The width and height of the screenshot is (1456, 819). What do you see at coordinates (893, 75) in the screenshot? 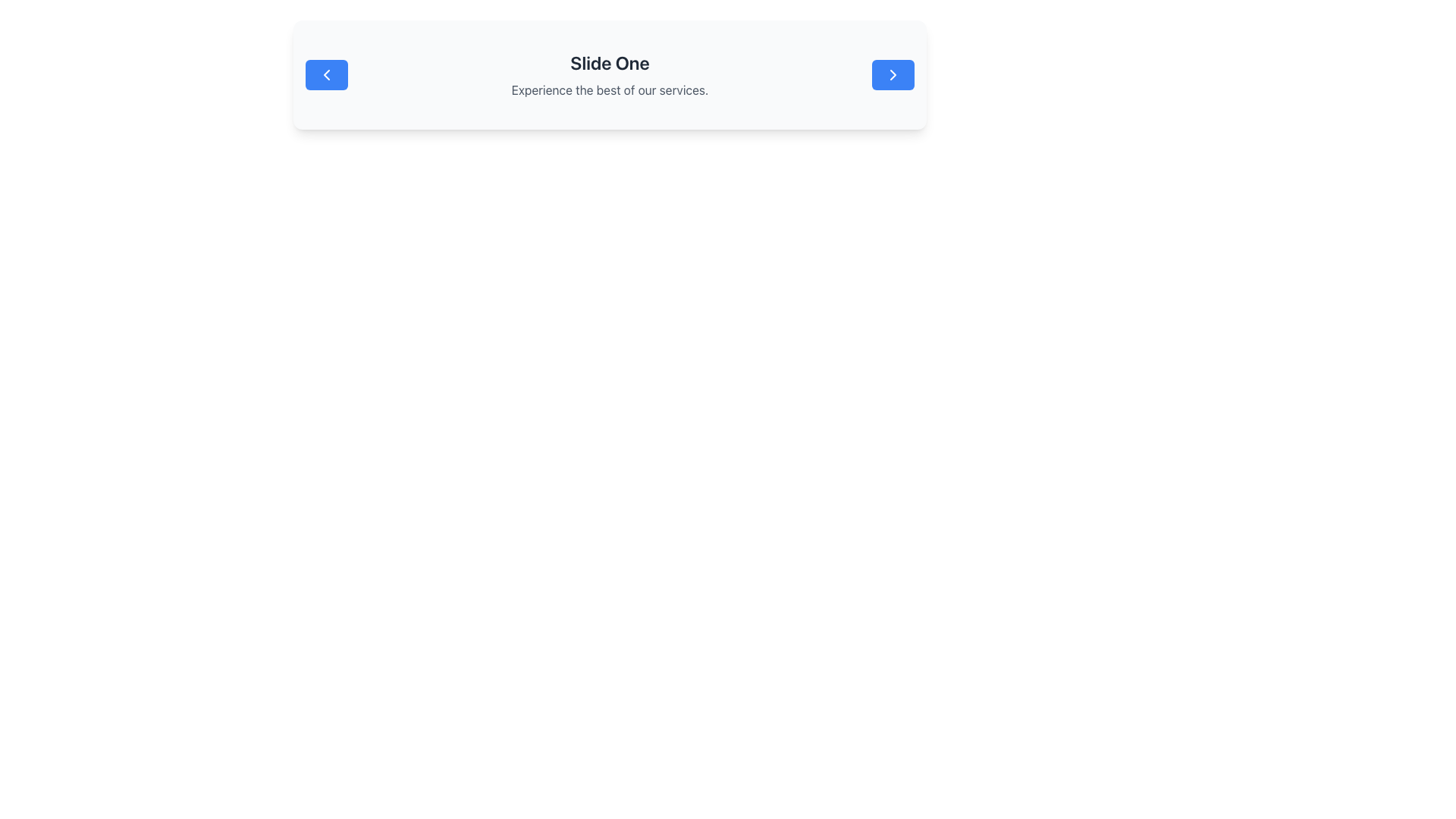
I see `the rightward chevron icon with a white design on a blue button, located at the far right of a horizontal layout` at bounding box center [893, 75].